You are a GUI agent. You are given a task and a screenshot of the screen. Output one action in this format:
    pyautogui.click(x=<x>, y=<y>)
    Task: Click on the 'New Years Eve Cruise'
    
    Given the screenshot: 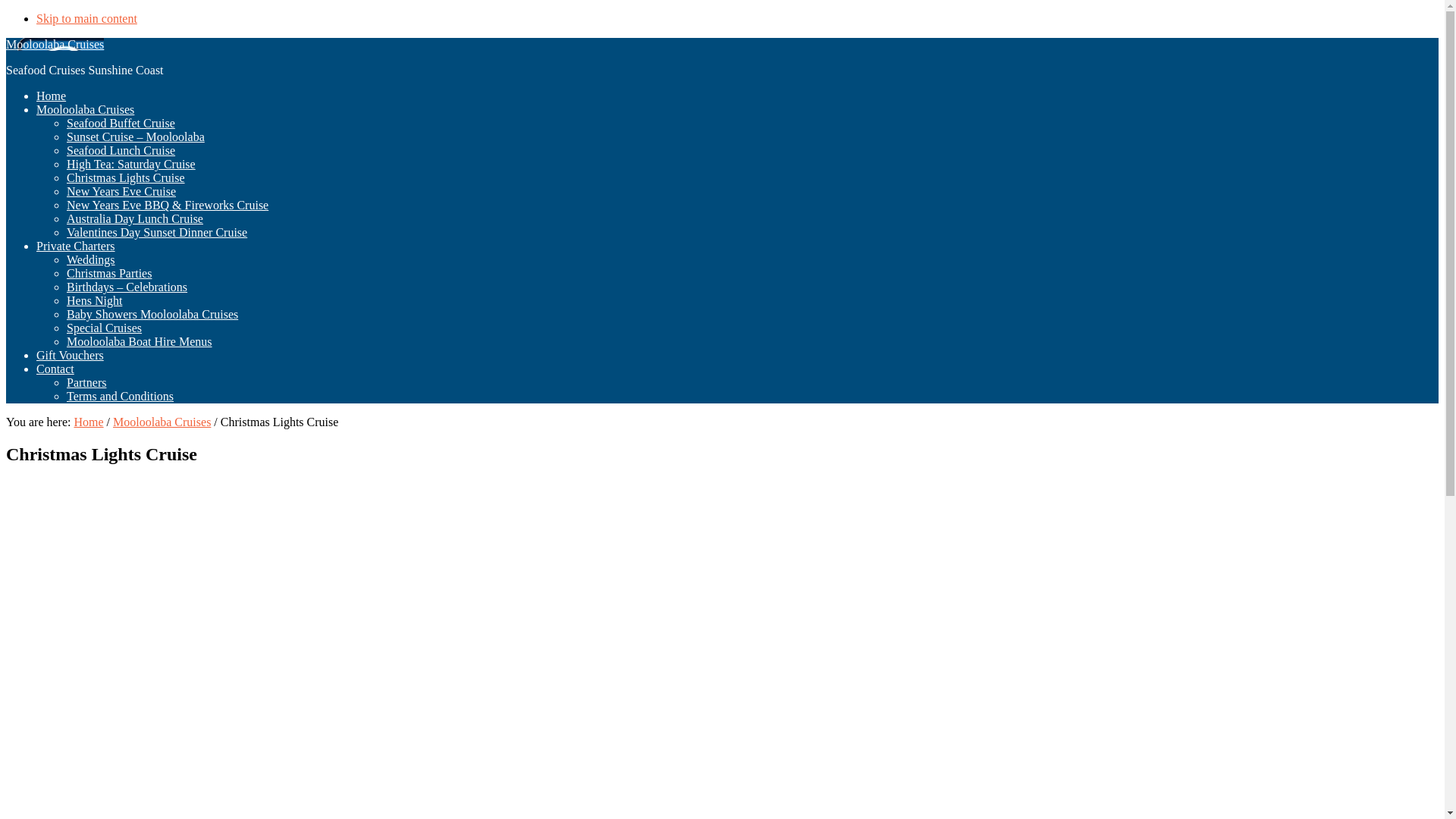 What is the action you would take?
    pyautogui.click(x=120, y=190)
    